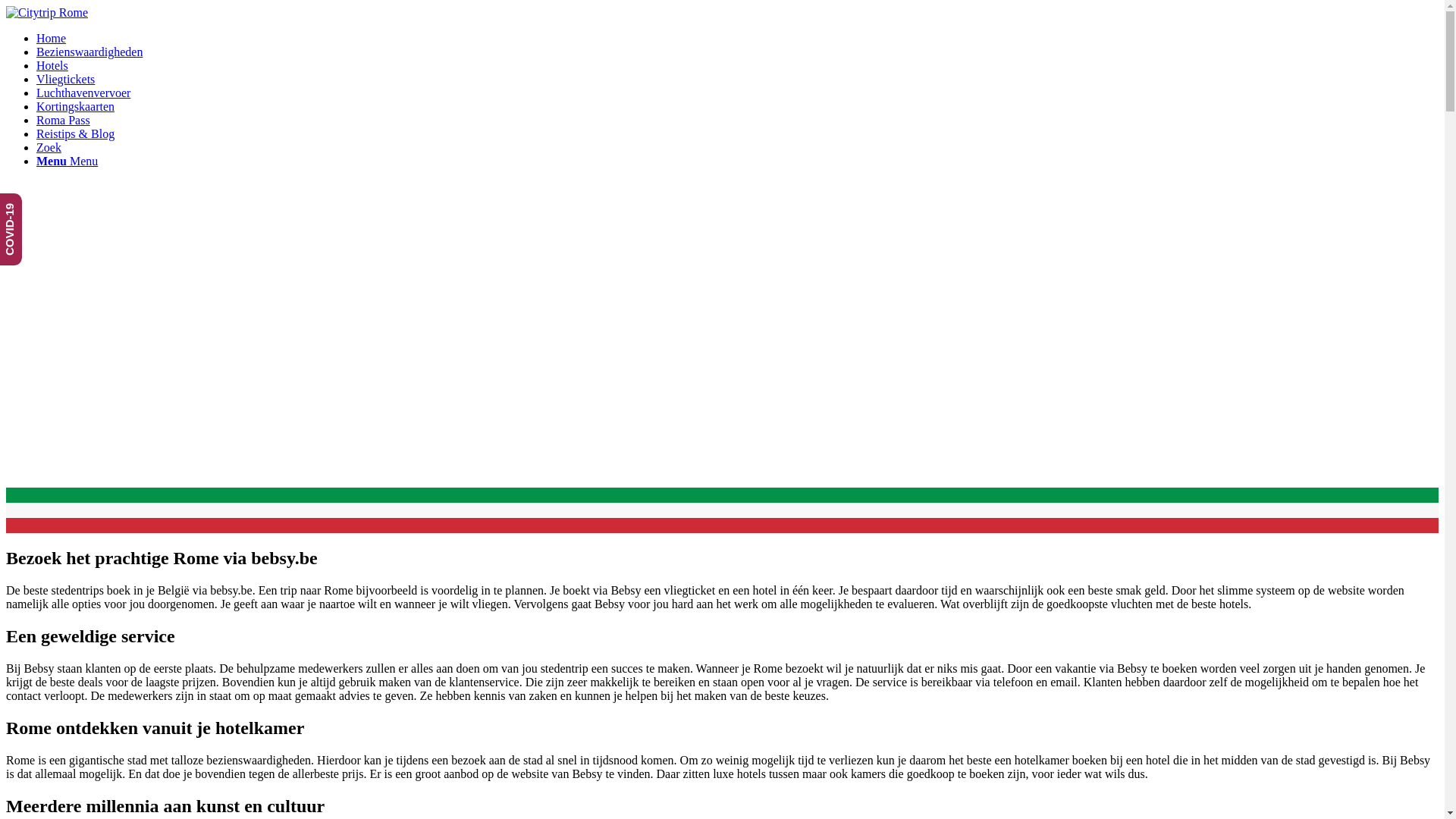 This screenshot has height=819, width=1456. What do you see at coordinates (51, 37) in the screenshot?
I see `'Home'` at bounding box center [51, 37].